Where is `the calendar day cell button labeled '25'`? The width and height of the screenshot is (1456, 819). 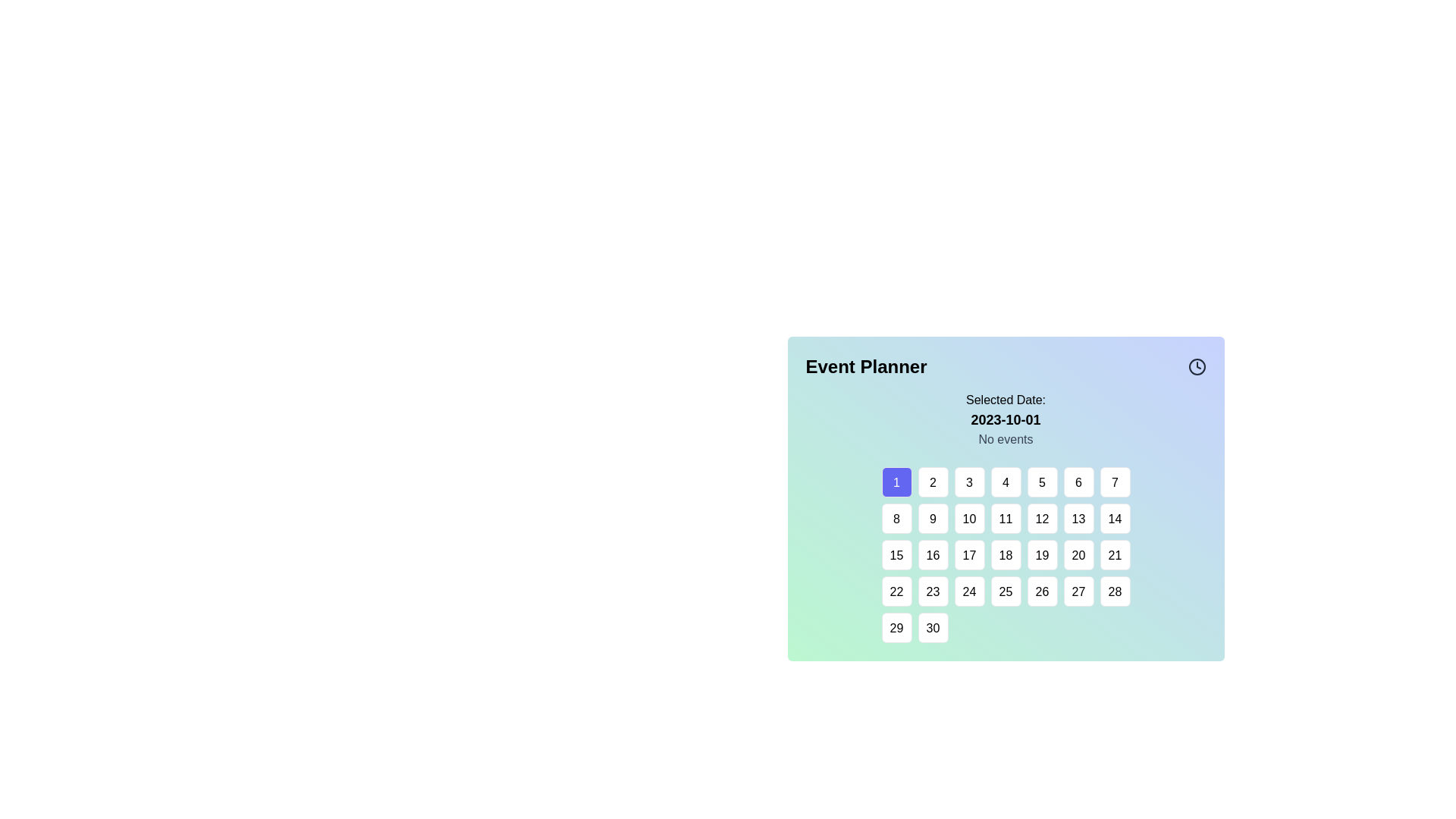 the calendar day cell button labeled '25' is located at coordinates (1006, 590).